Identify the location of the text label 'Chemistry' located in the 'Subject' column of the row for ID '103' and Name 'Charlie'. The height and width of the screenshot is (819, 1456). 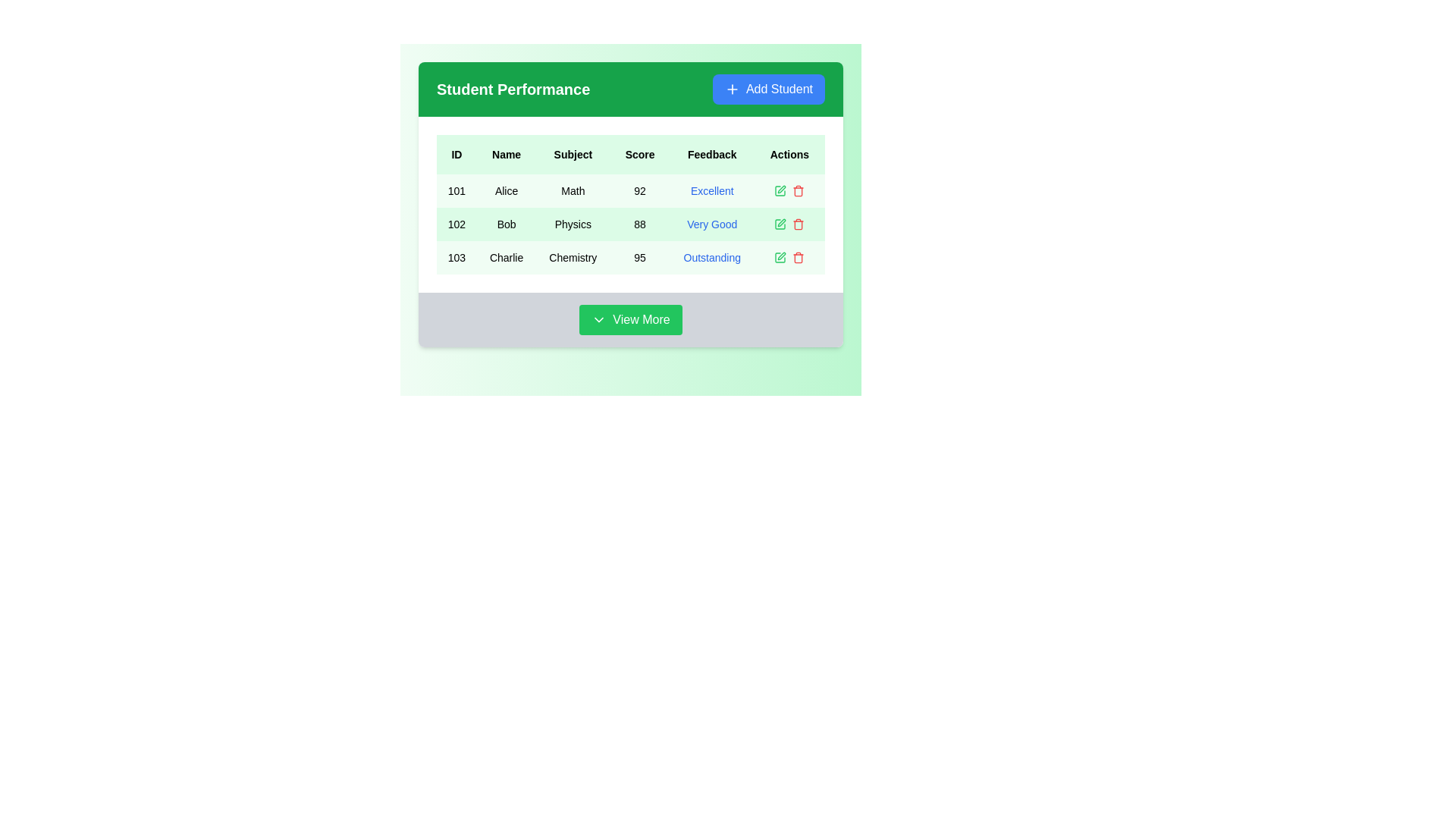
(572, 256).